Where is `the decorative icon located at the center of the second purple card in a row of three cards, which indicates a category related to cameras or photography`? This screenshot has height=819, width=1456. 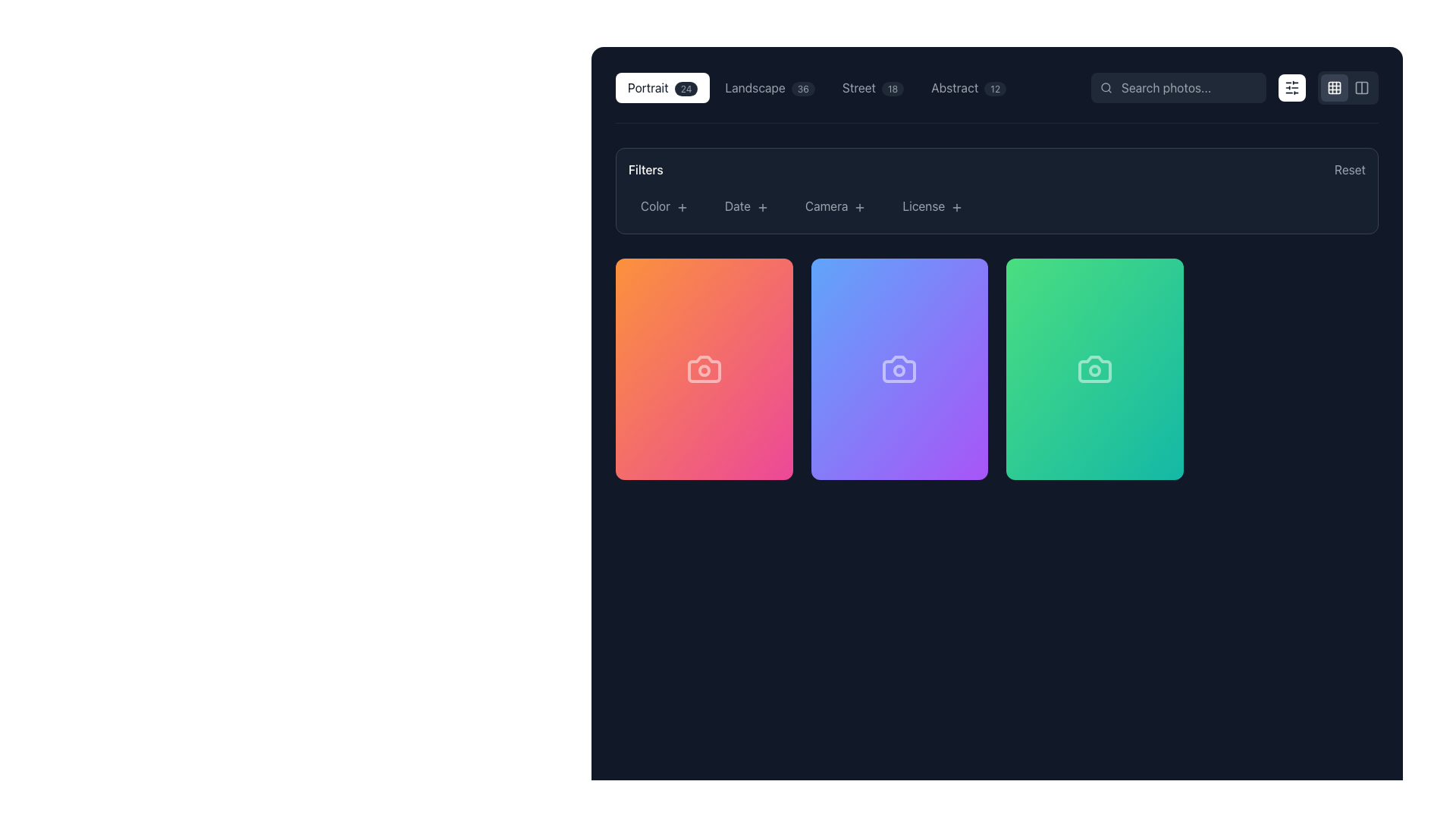
the decorative icon located at the center of the second purple card in a row of three cards, which indicates a category related to cameras or photography is located at coordinates (899, 369).